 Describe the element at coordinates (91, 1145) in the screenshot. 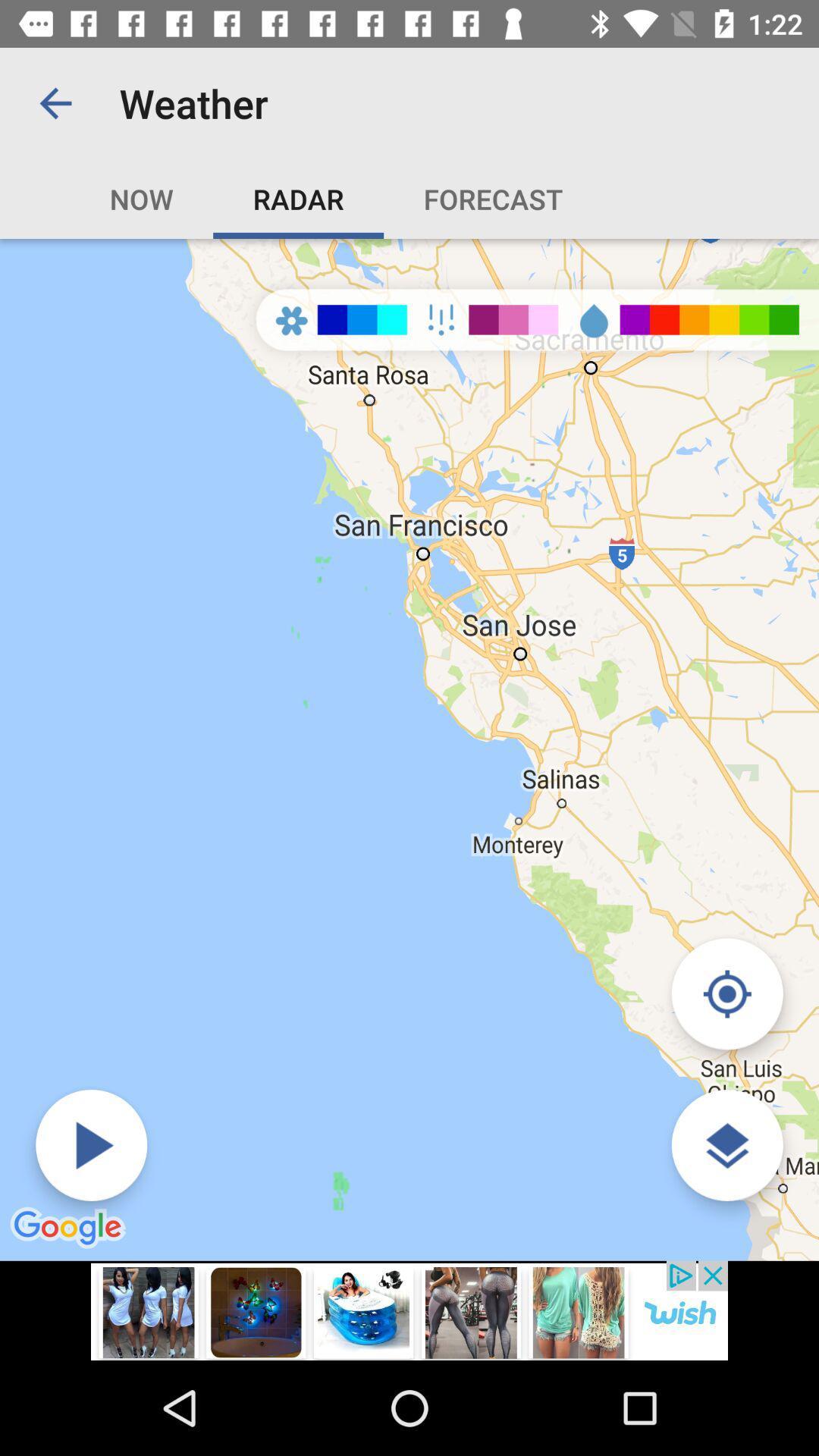

I see `video play button` at that location.